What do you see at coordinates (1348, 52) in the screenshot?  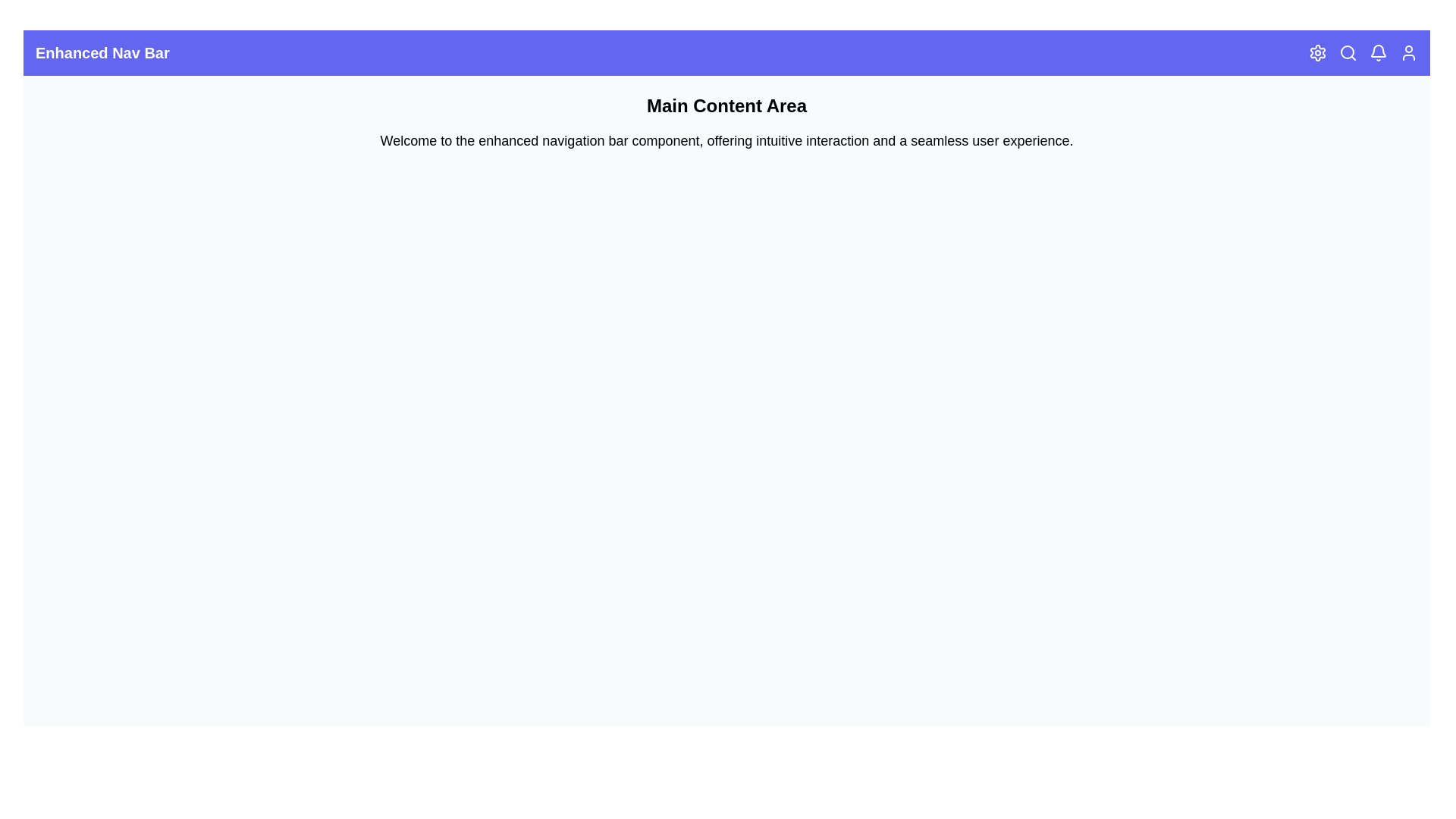 I see `the search icon to activate the search functionality` at bounding box center [1348, 52].